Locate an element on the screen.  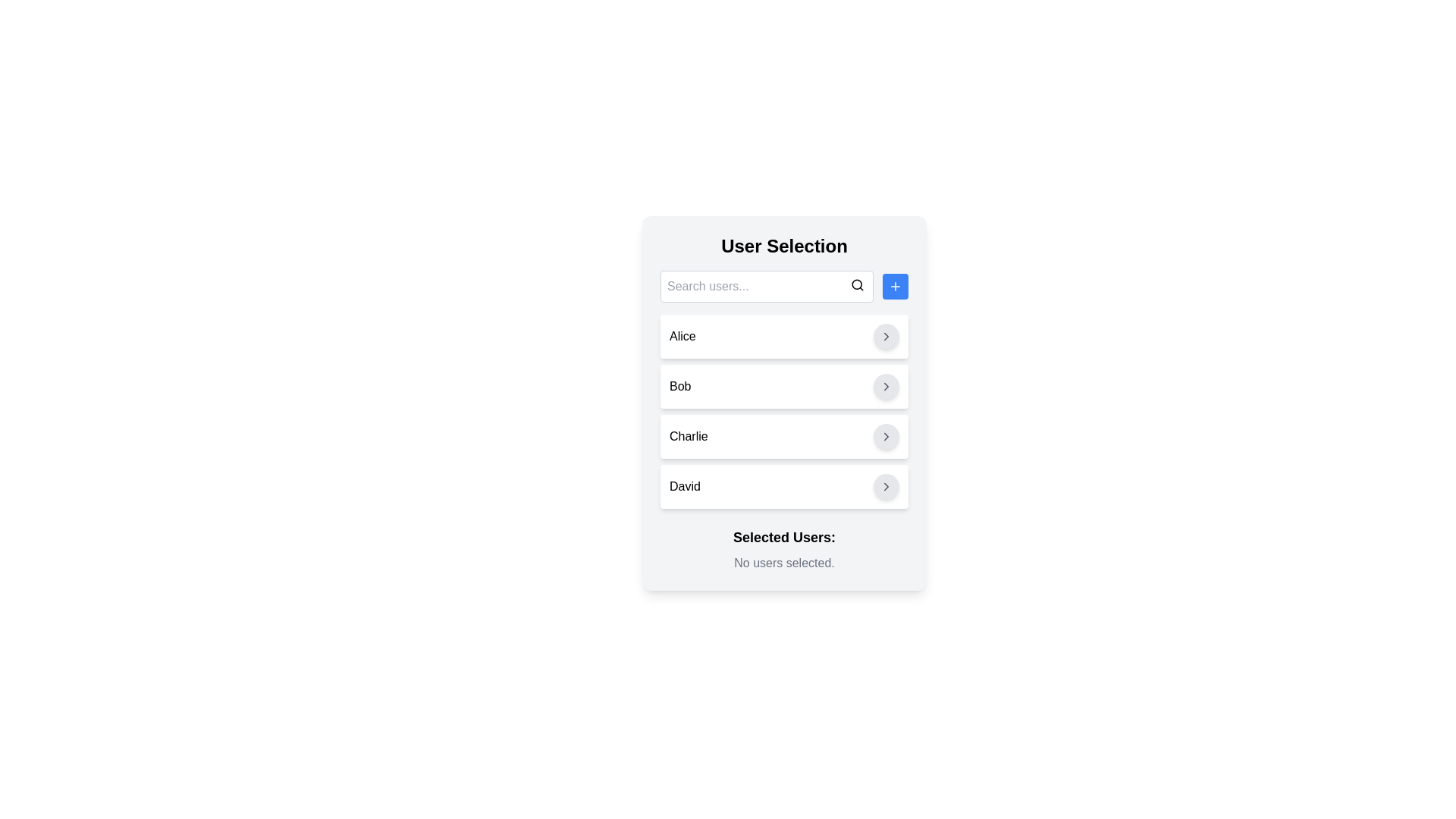
the right-pointing chevron icon associated with the entry 'Alice' is located at coordinates (886, 335).